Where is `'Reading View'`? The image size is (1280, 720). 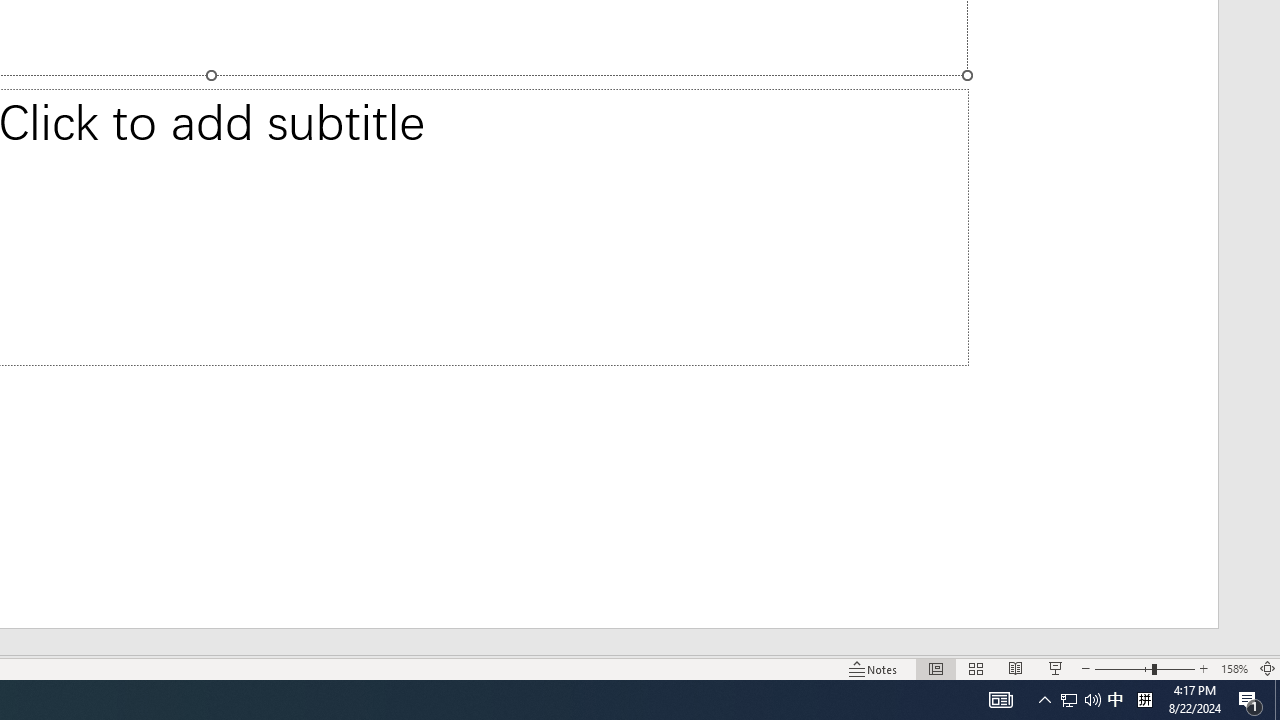
'Reading View' is located at coordinates (1015, 669).